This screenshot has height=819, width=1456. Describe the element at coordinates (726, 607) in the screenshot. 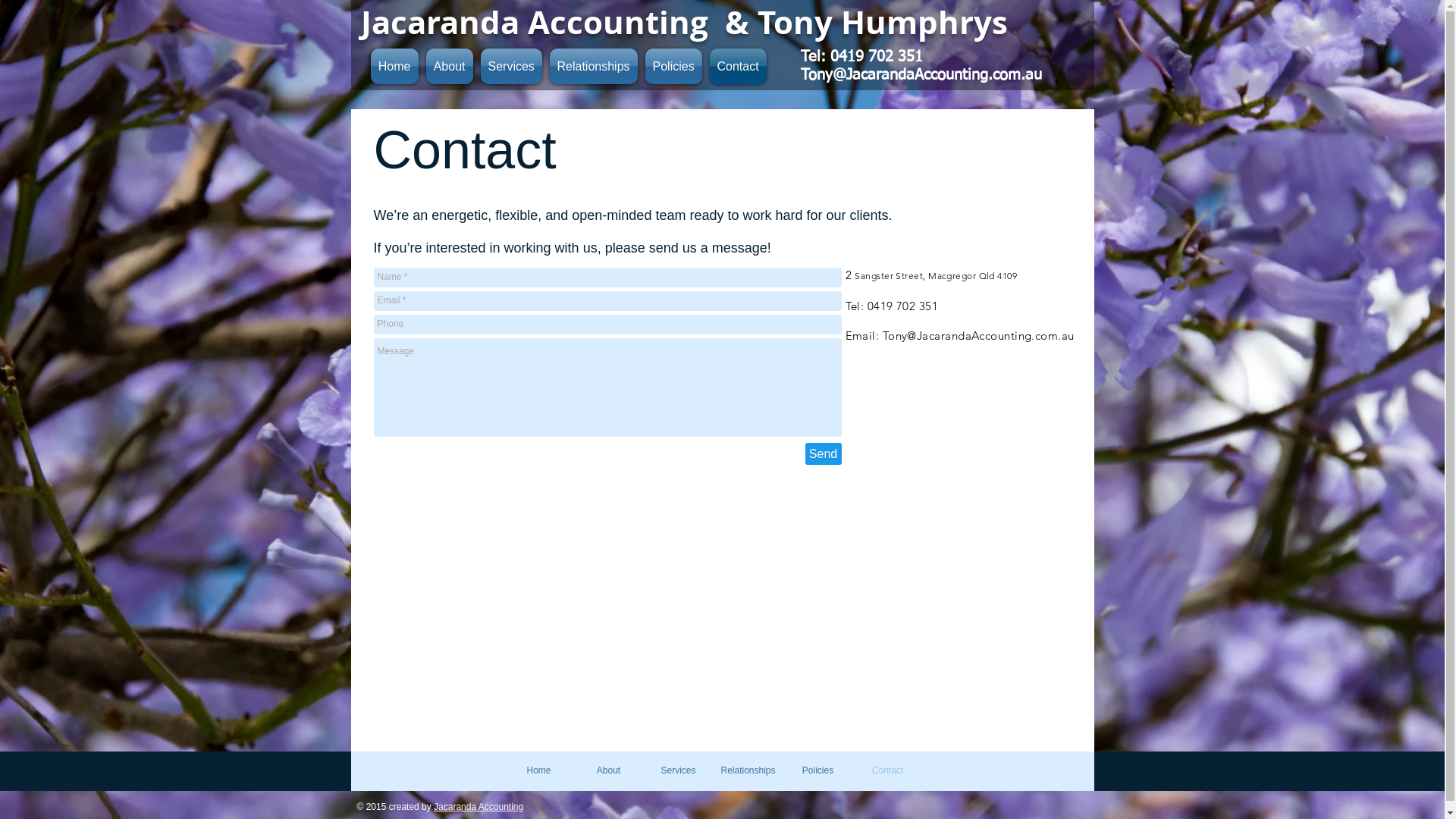

I see `'Google Maps'` at that location.